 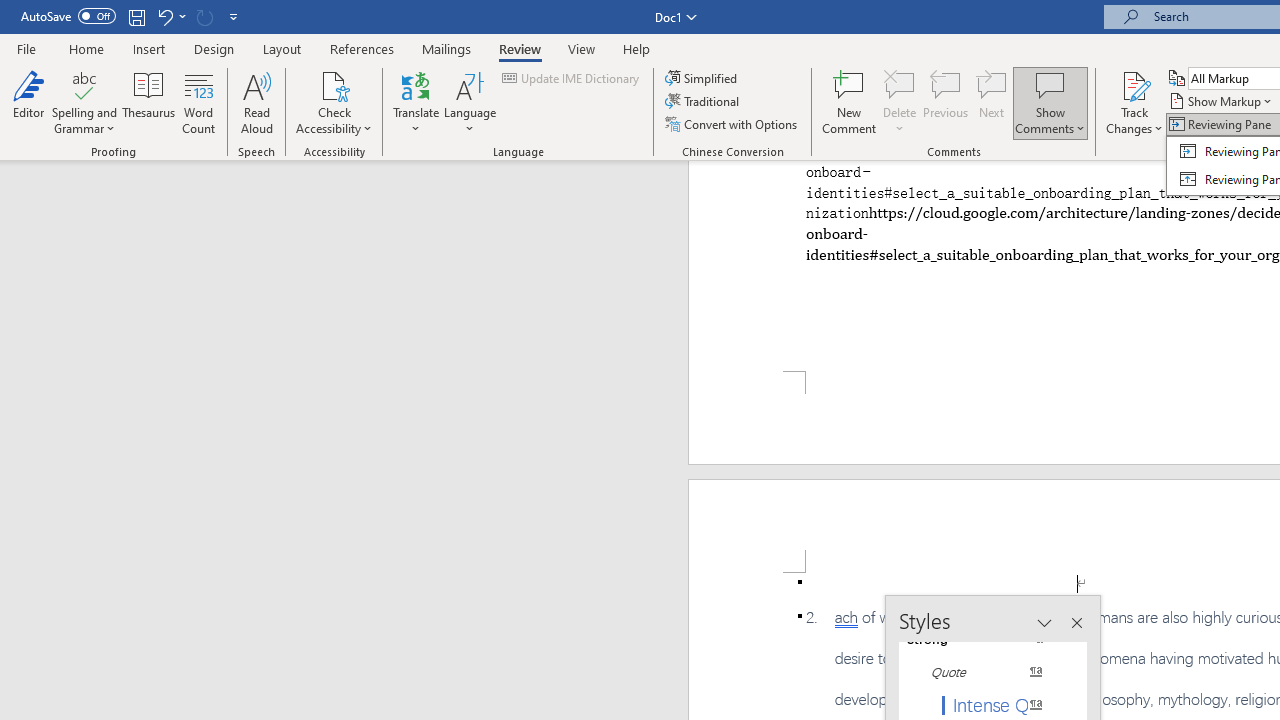 I want to click on 'Thesaurus...', so click(x=148, y=103).